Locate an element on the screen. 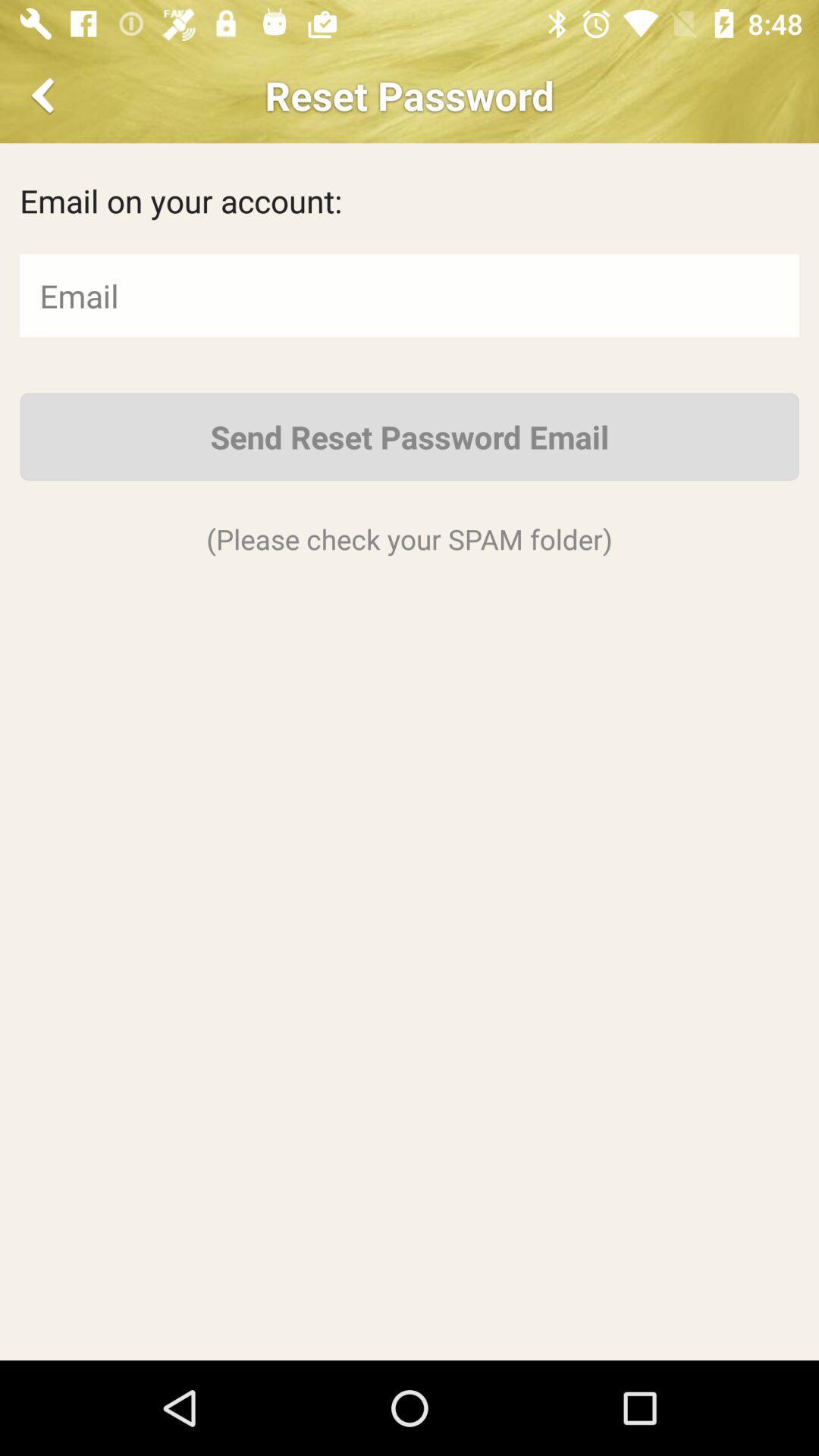  email is located at coordinates (409, 295).